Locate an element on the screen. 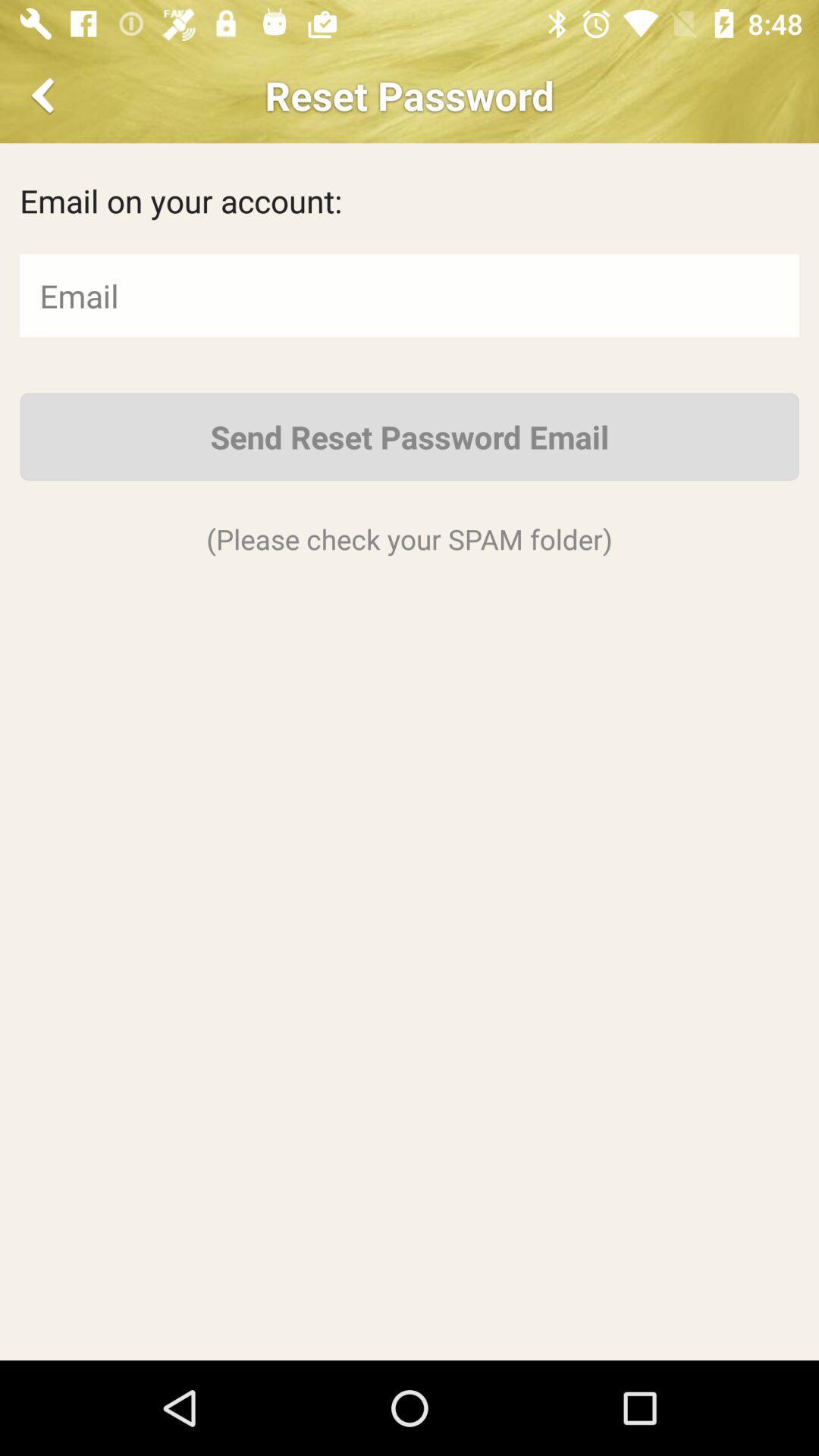  email is located at coordinates (409, 295).